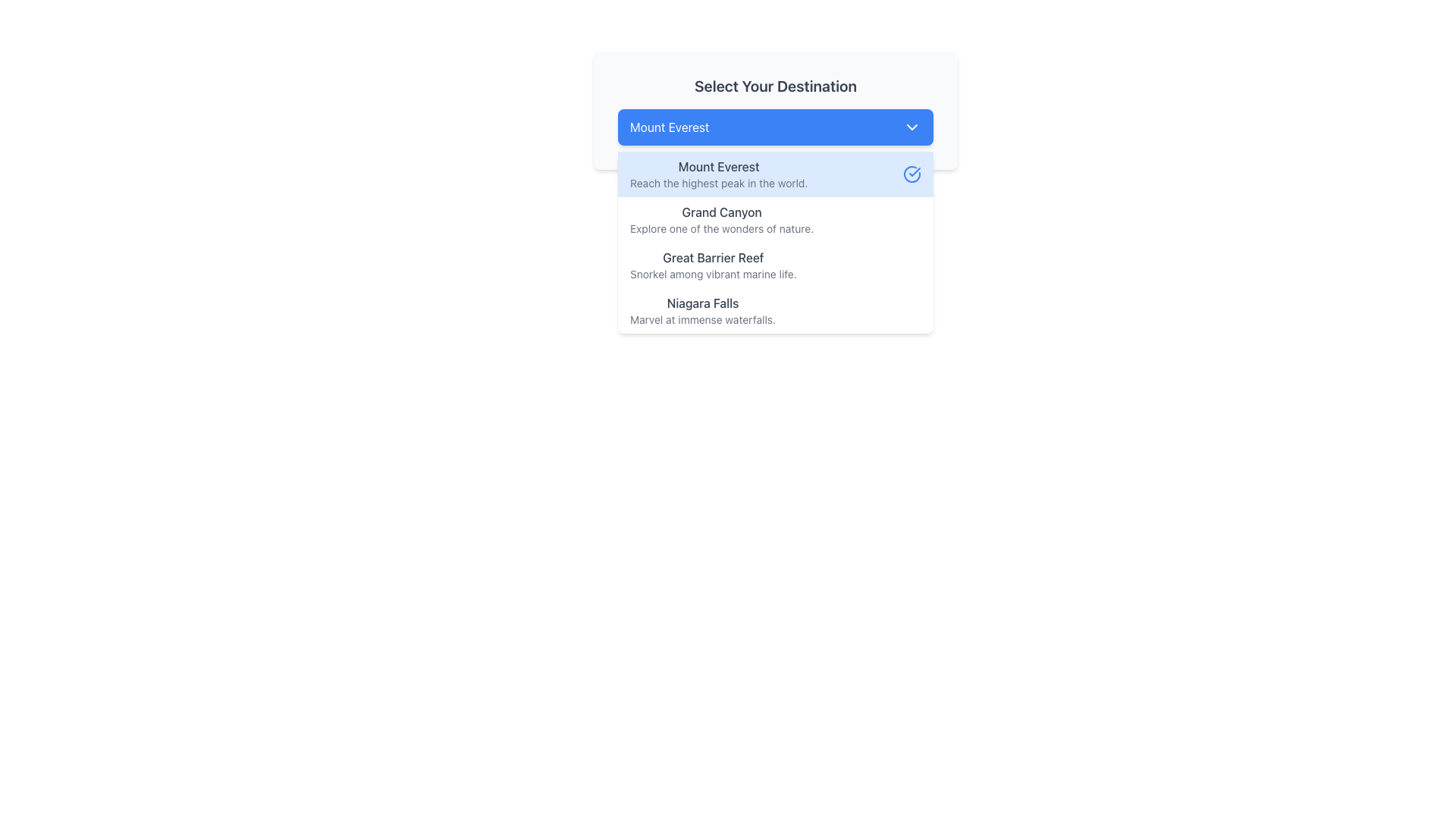 The height and width of the screenshot is (819, 1456). What do you see at coordinates (775, 219) in the screenshot?
I see `the second item in the dropdown menu that represents 'Grand Canyon'` at bounding box center [775, 219].